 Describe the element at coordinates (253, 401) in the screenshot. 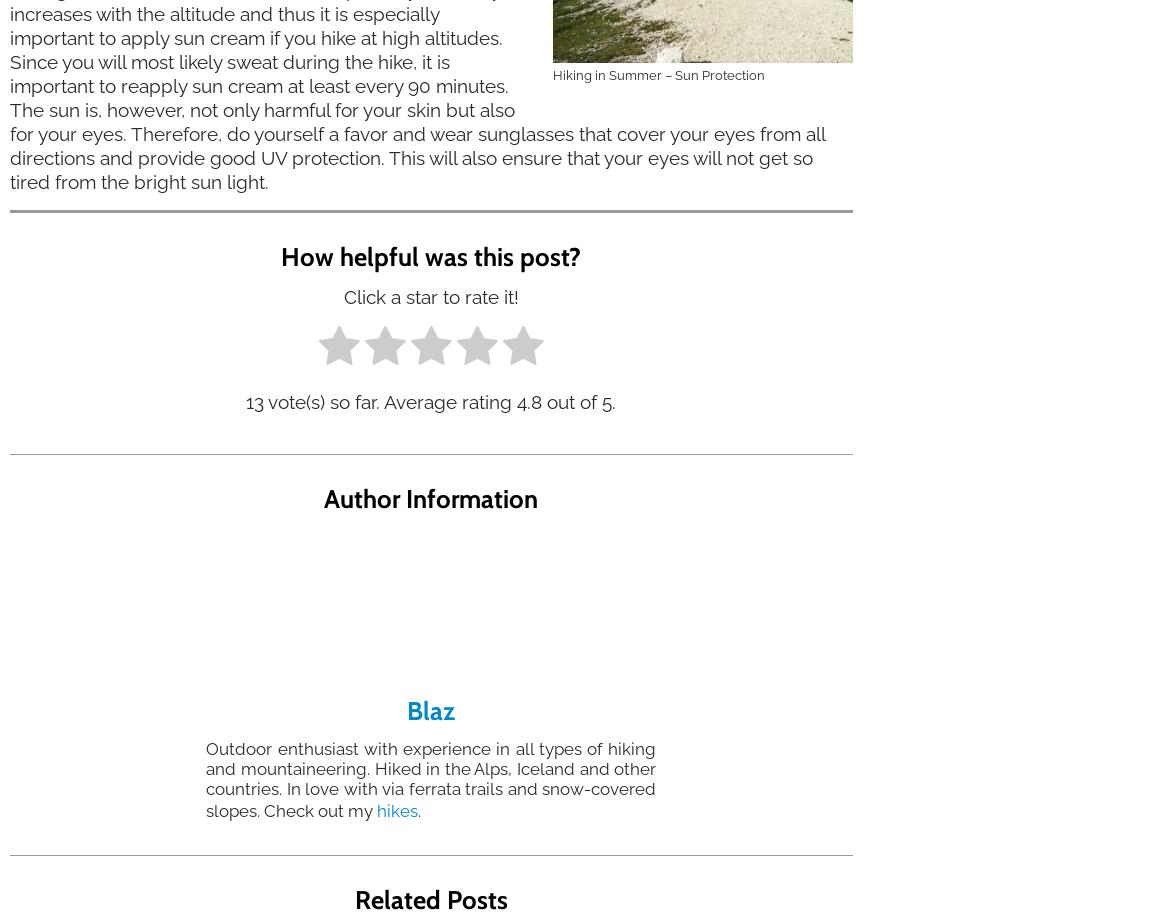

I see `'13'` at that location.